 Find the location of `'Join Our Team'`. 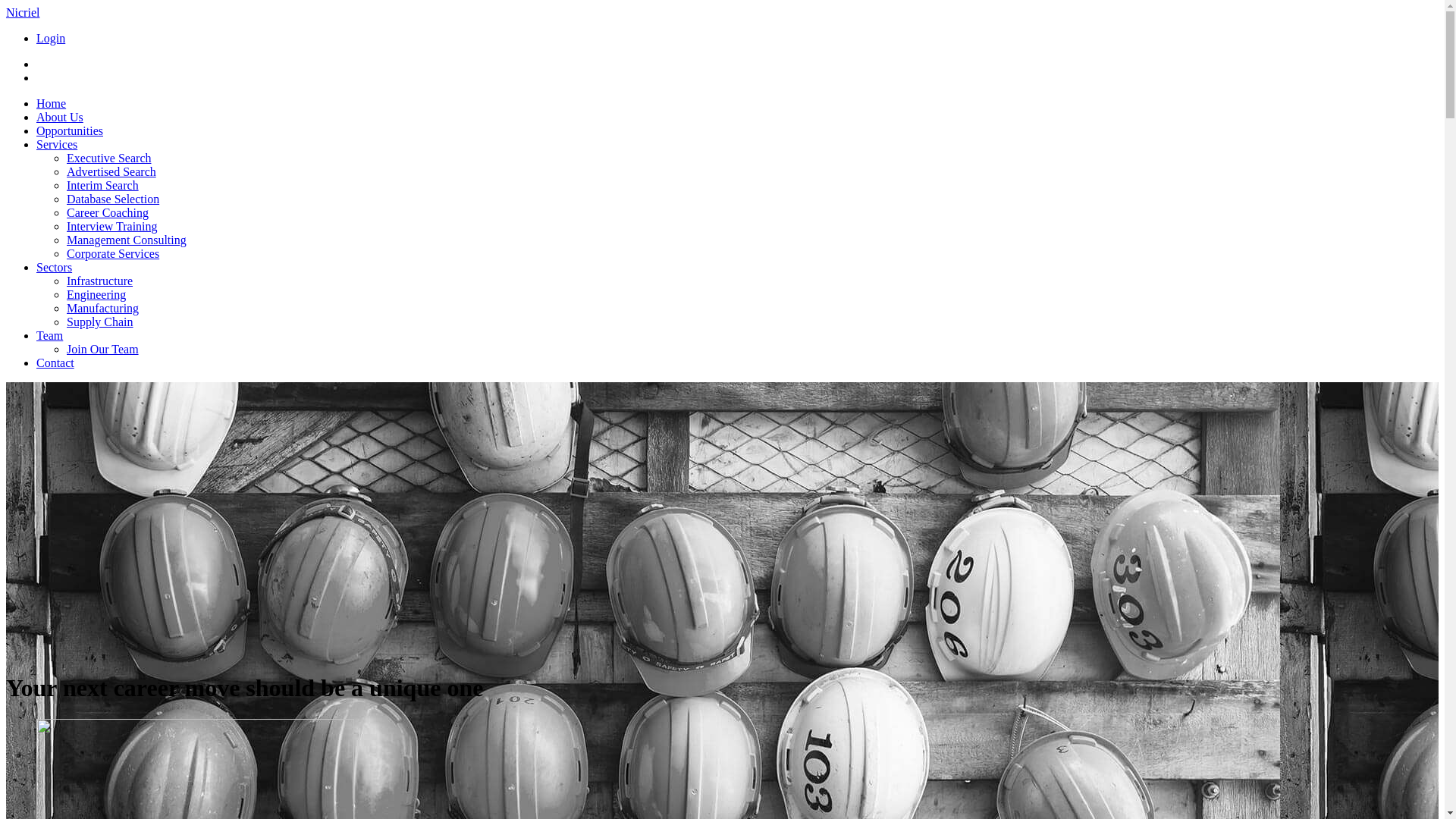

'Join Our Team' is located at coordinates (102, 349).